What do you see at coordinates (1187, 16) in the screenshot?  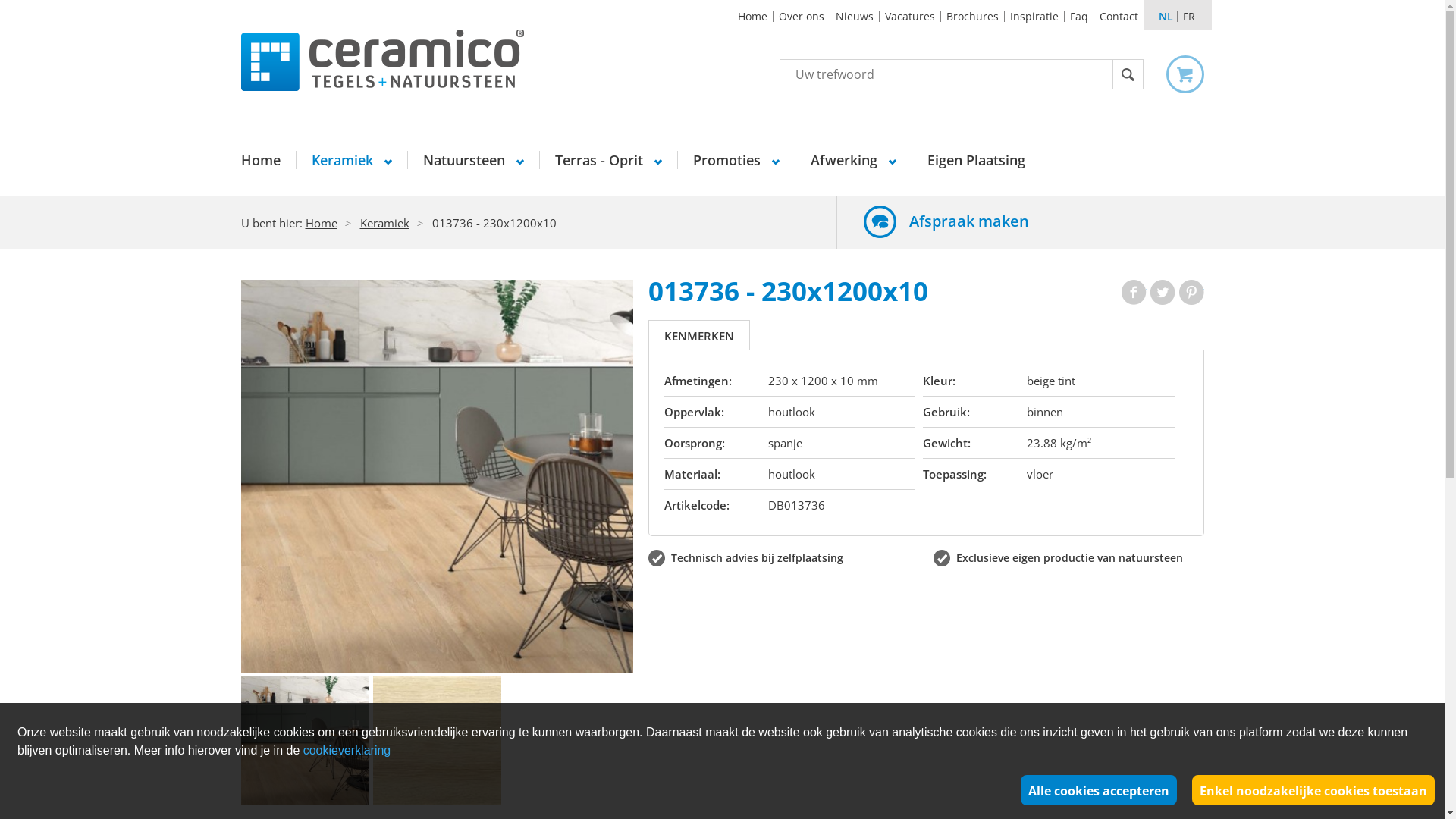 I see `'FR'` at bounding box center [1187, 16].